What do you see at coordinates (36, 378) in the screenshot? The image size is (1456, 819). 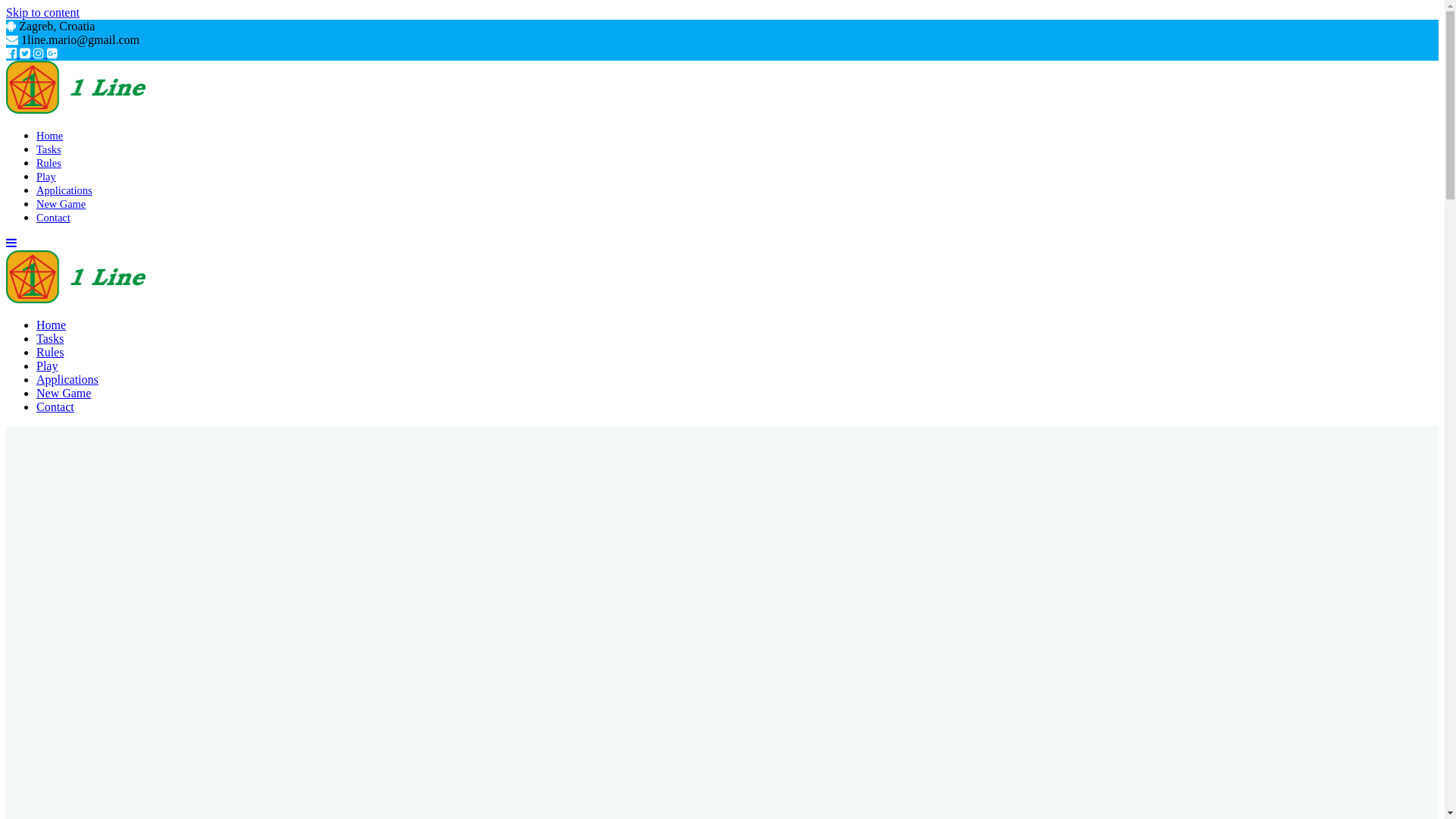 I see `'Applications'` at bounding box center [36, 378].